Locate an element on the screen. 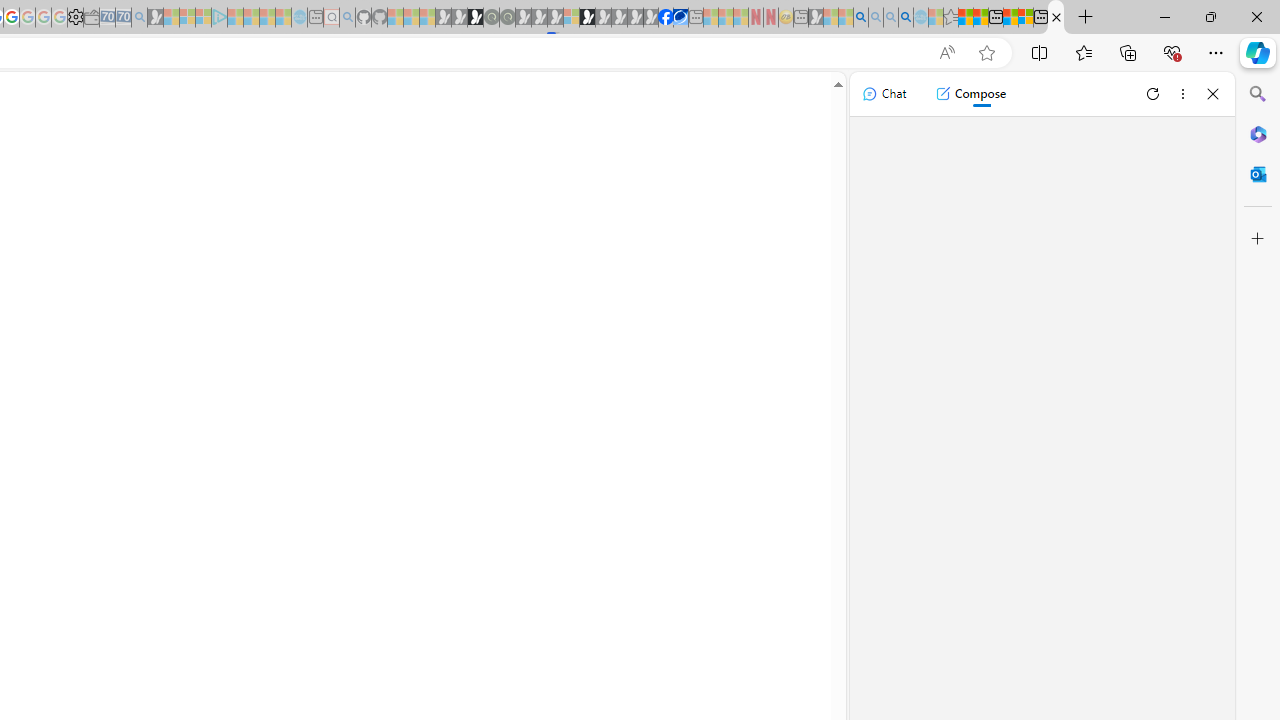 The height and width of the screenshot is (720, 1280). 'Aberdeen, Hong Kong SAR weather forecast | Microsoft Weather' is located at coordinates (981, 17).